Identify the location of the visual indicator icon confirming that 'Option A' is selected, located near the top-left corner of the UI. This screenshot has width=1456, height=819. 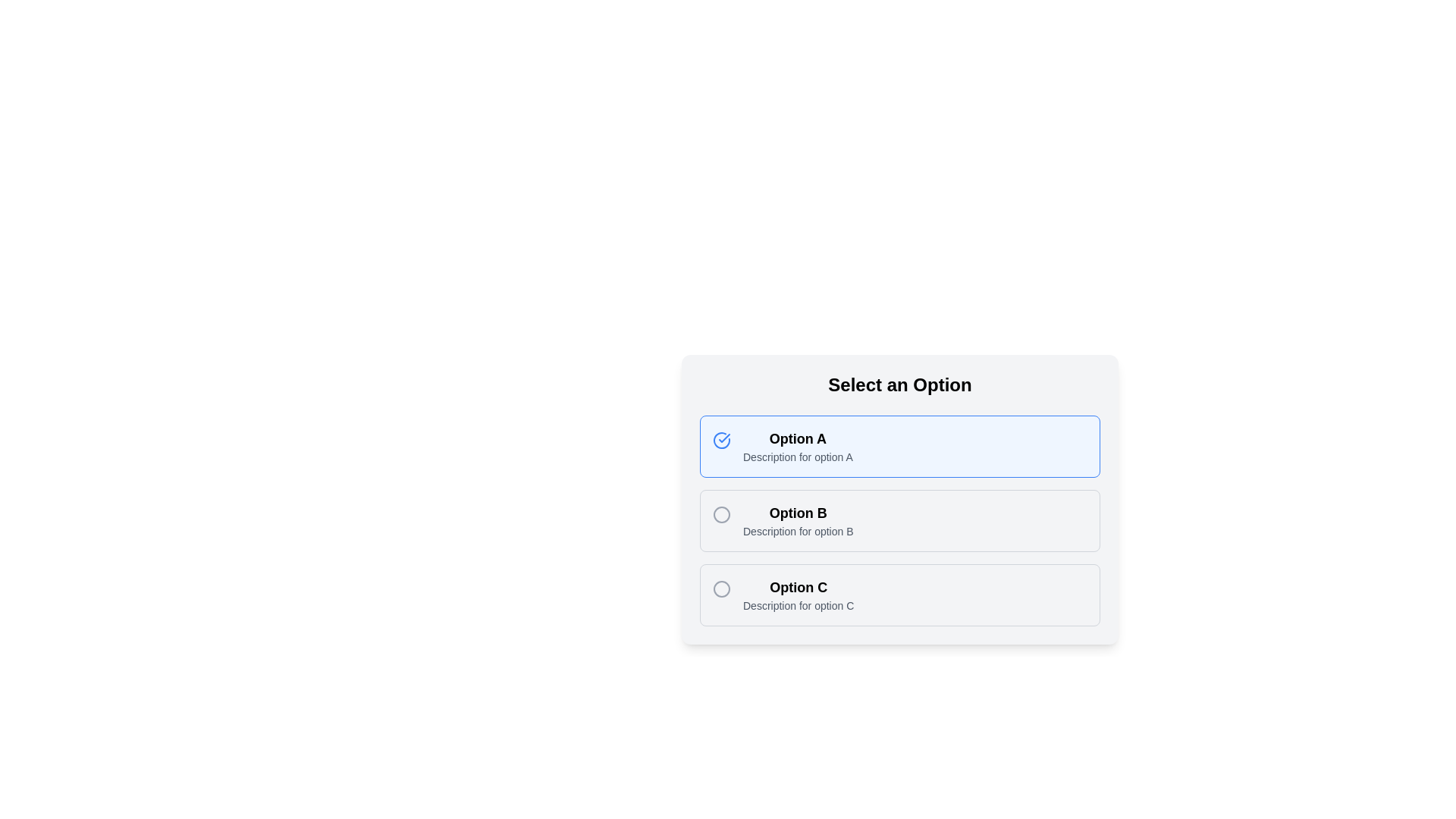
(720, 441).